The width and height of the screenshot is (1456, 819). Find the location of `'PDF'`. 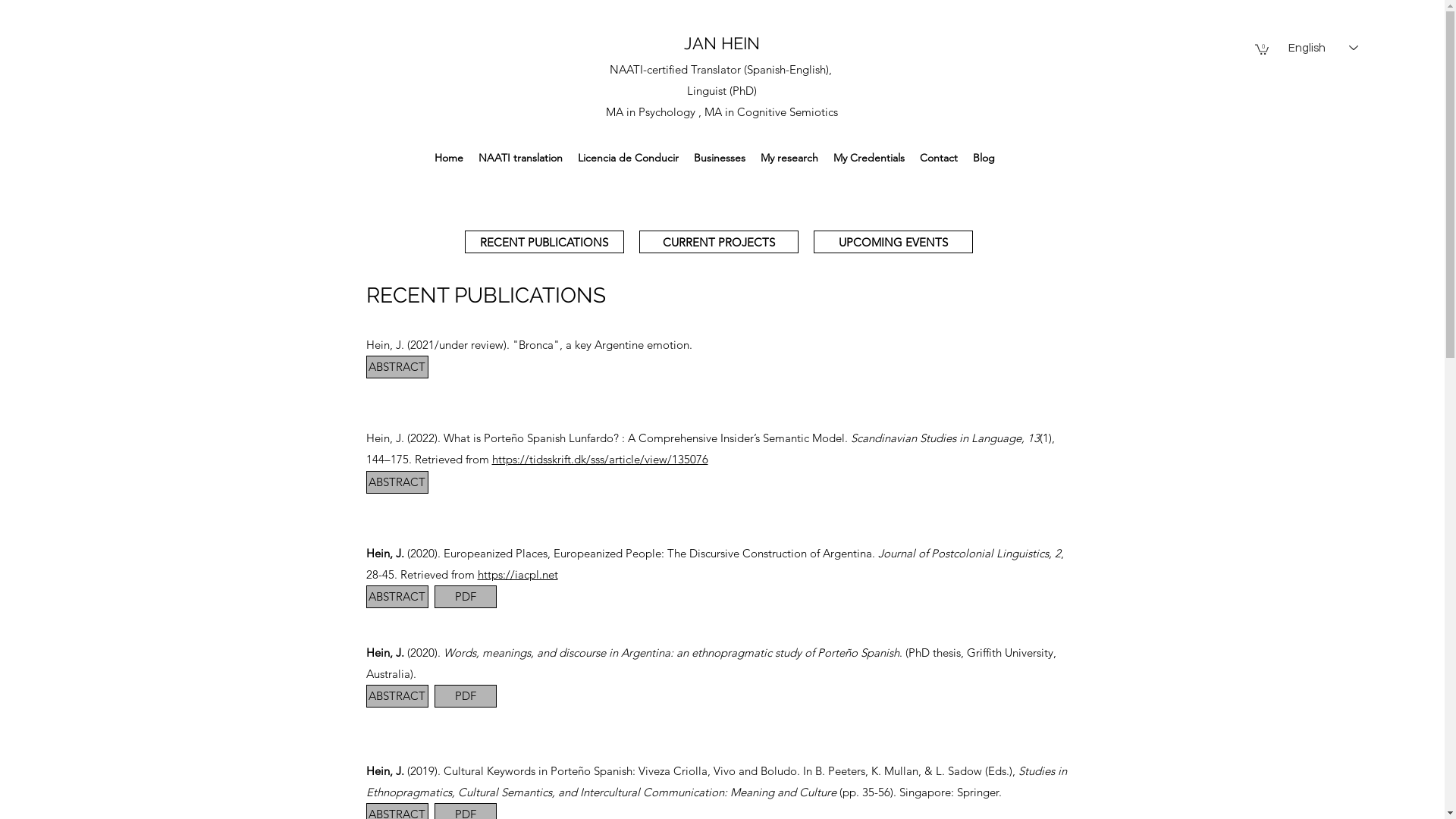

'PDF' is located at coordinates (464, 595).